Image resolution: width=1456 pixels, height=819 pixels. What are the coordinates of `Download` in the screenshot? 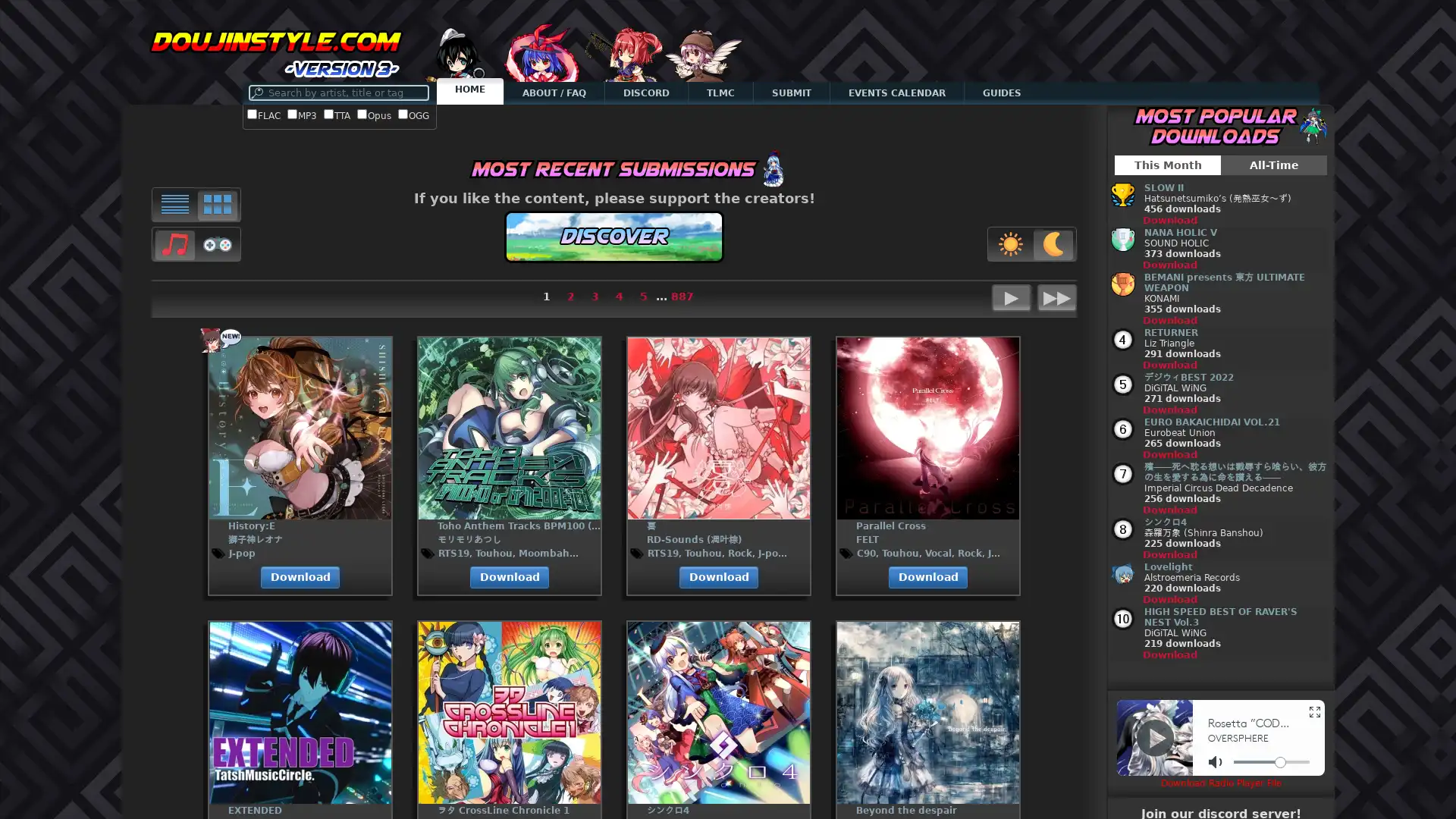 It's located at (1169, 598).